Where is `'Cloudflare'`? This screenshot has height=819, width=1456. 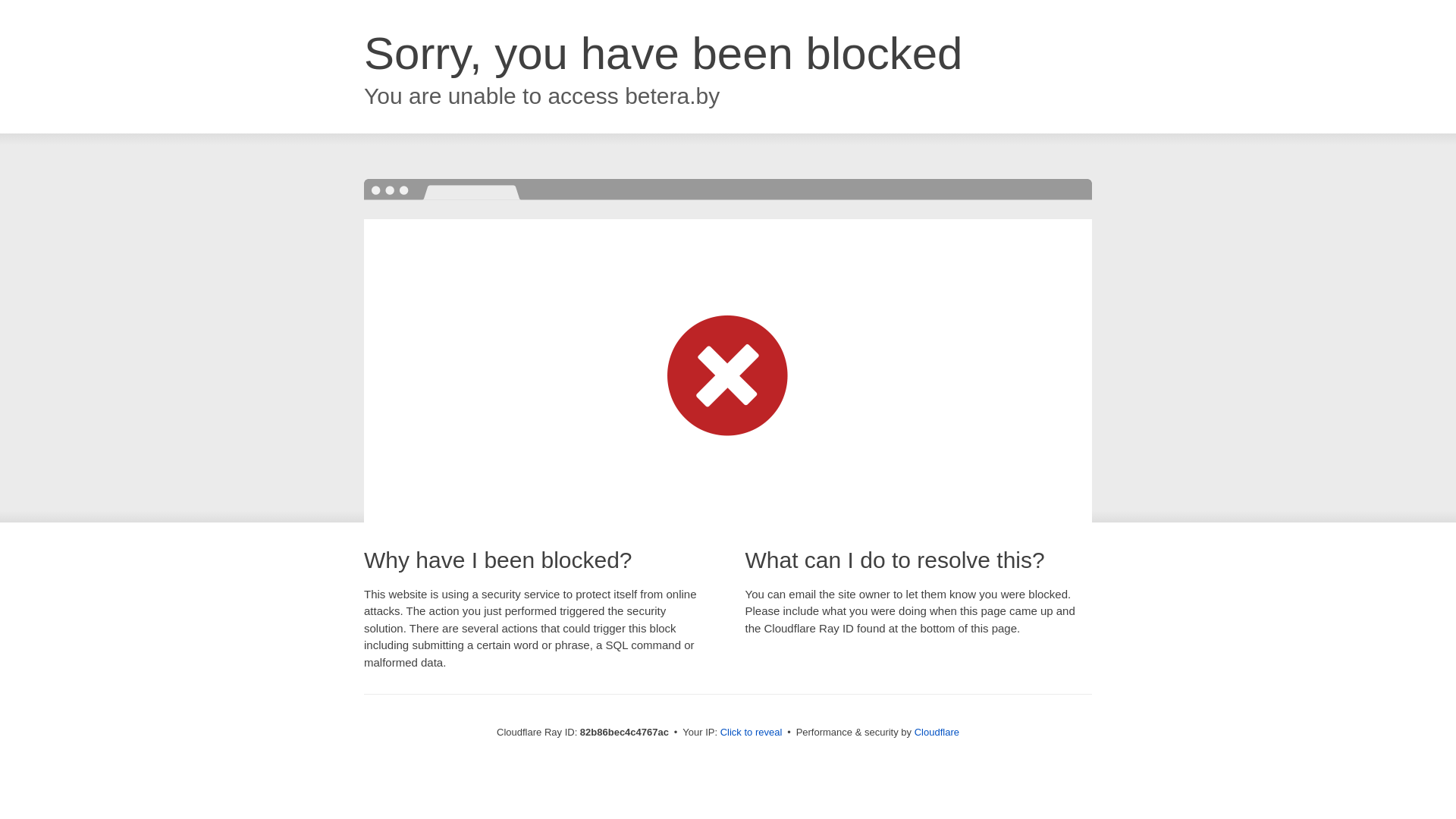
'Cloudflare' is located at coordinates (913, 731).